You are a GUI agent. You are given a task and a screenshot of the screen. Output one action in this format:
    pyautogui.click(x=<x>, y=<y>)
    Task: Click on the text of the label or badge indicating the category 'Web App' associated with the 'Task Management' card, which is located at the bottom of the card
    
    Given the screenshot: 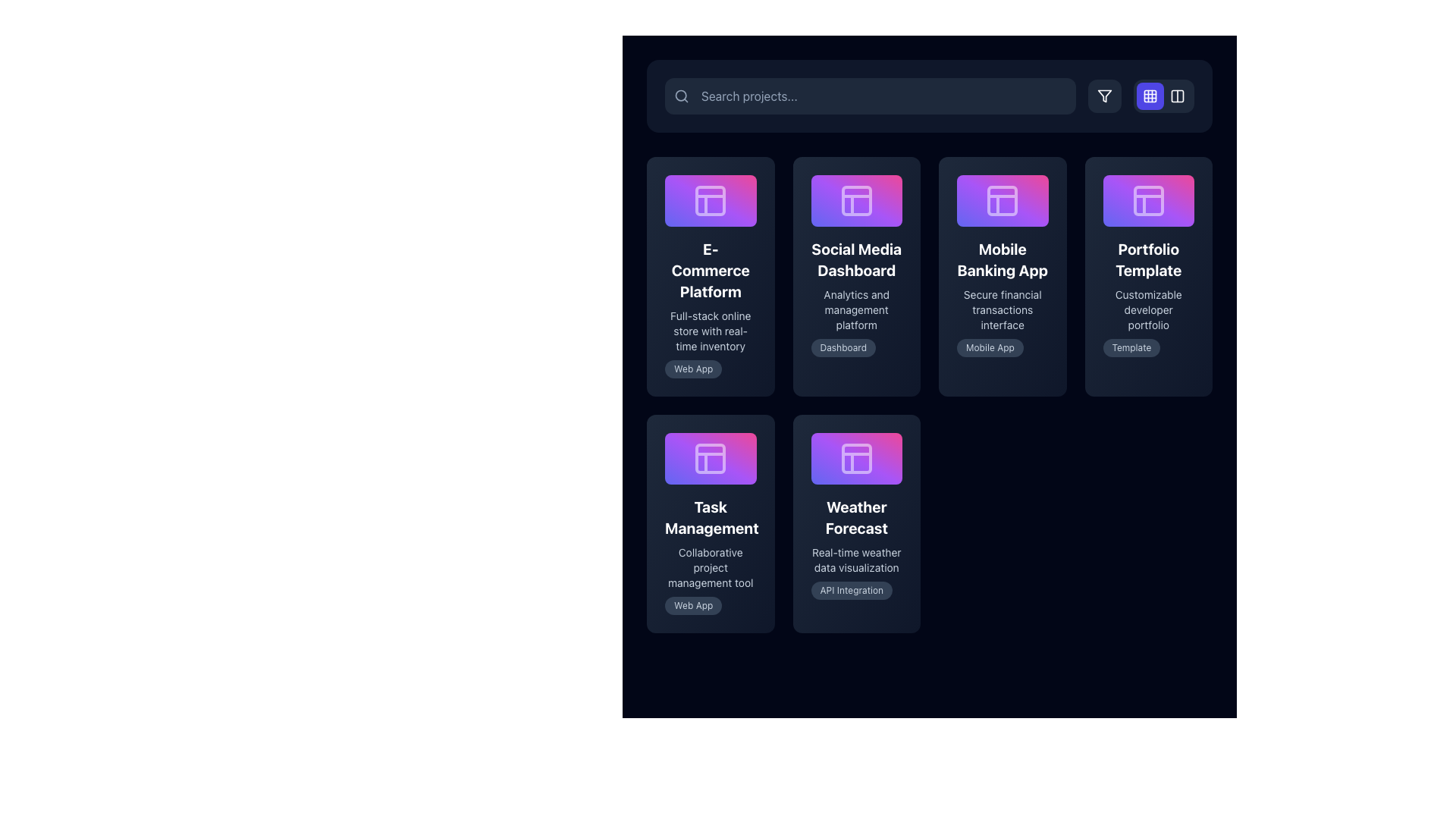 What is the action you would take?
    pyautogui.click(x=710, y=604)
    